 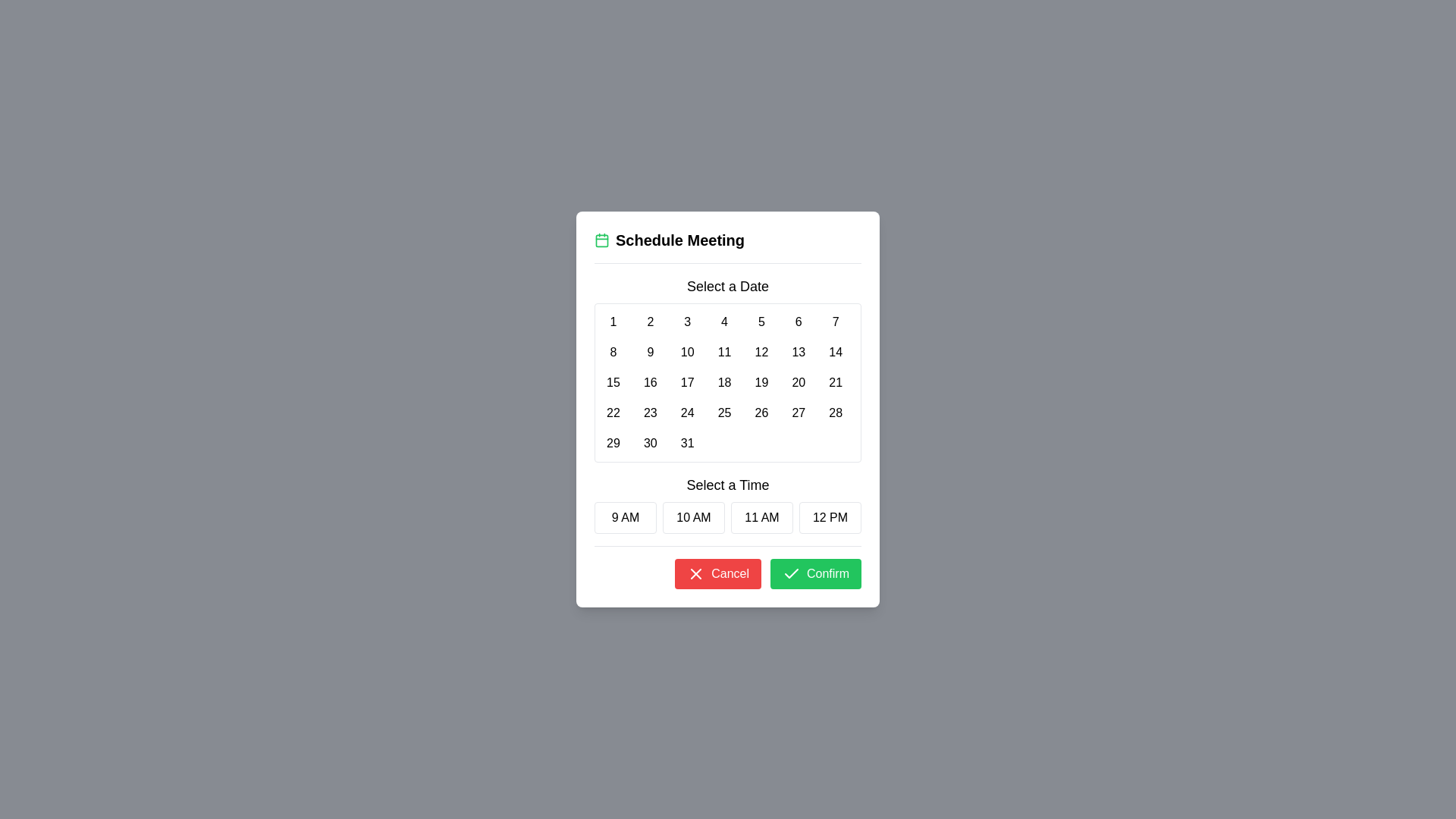 I want to click on the square button displaying the number '16' in the second column of the third row within the calendar grid in the 'Select a Date' section, so click(x=650, y=382).